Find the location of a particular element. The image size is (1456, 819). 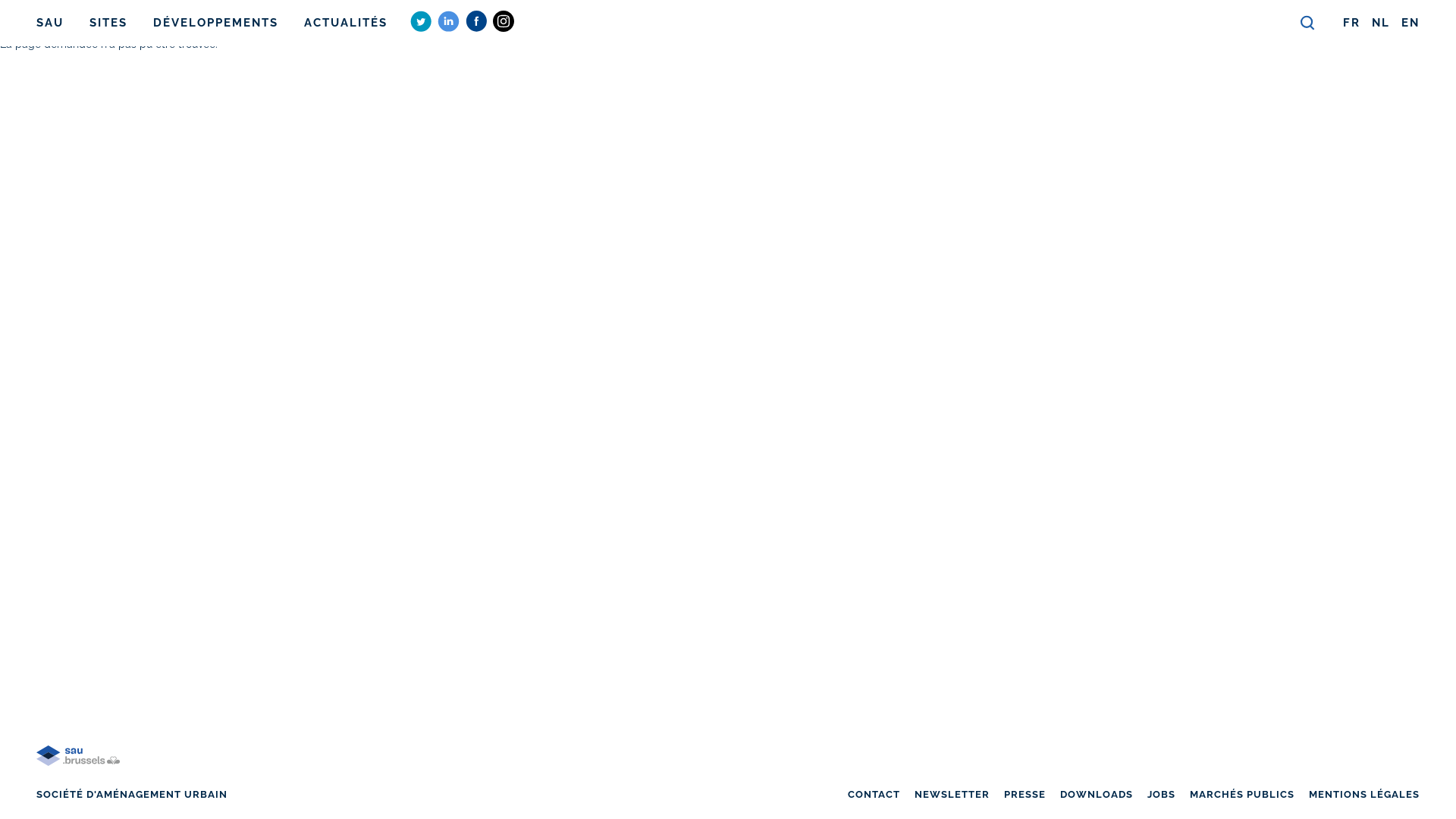

'CONTACT' is located at coordinates (847, 793).